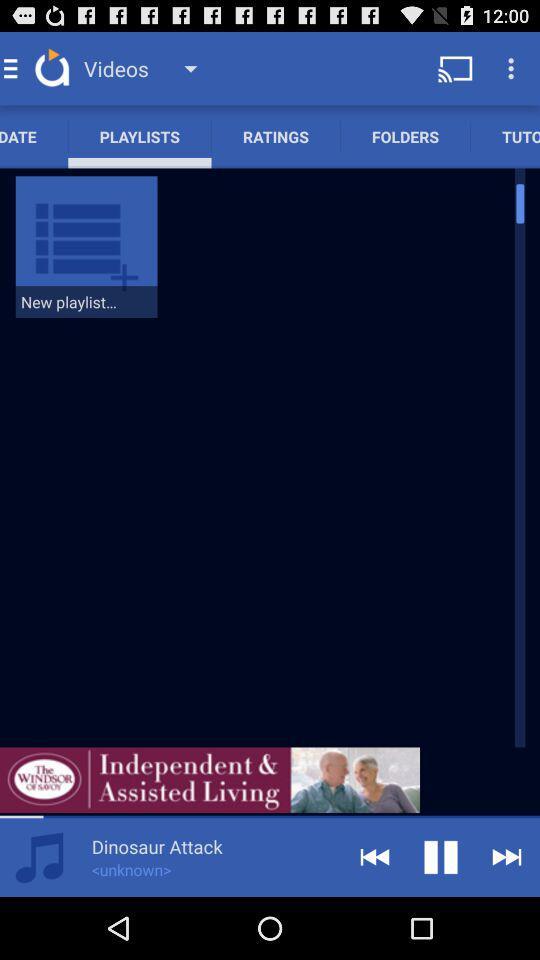  What do you see at coordinates (504, 135) in the screenshot?
I see `the tab on right side of folders` at bounding box center [504, 135].